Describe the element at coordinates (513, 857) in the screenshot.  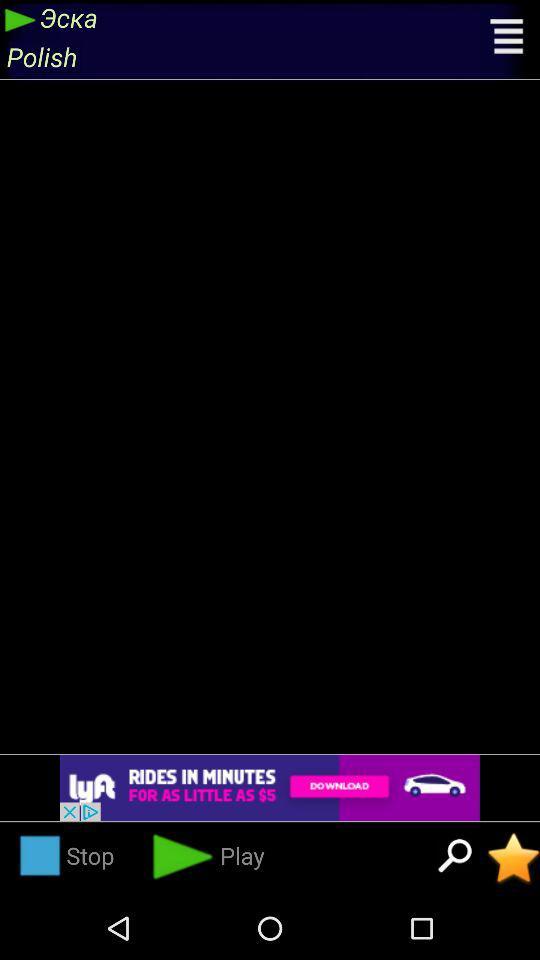
I see `turn on and off app` at that location.